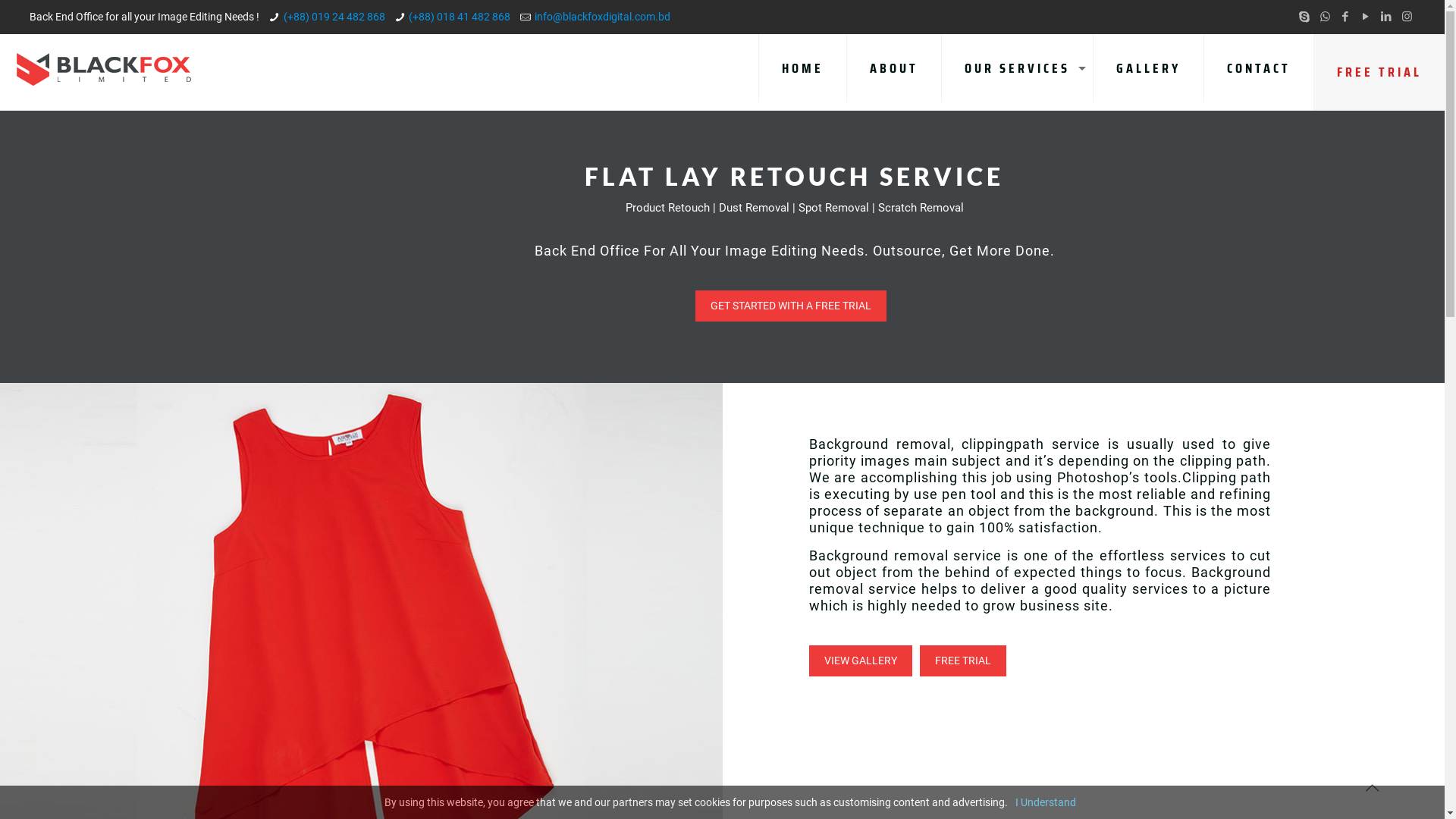  What do you see at coordinates (102, 67) in the screenshot?
I see `'BLACKFOX LIMITED'` at bounding box center [102, 67].